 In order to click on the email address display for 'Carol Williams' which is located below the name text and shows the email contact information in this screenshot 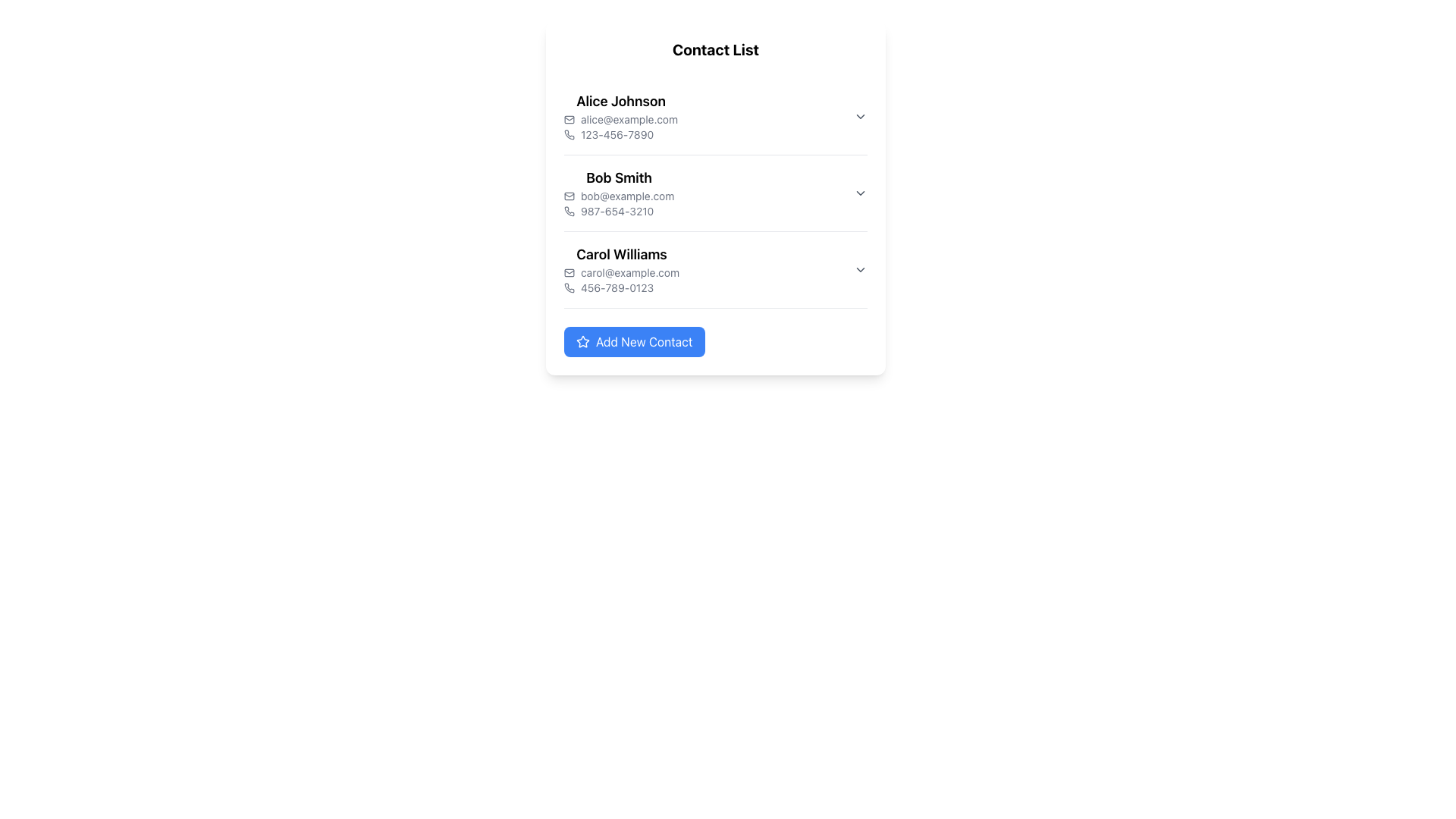, I will do `click(622, 271)`.